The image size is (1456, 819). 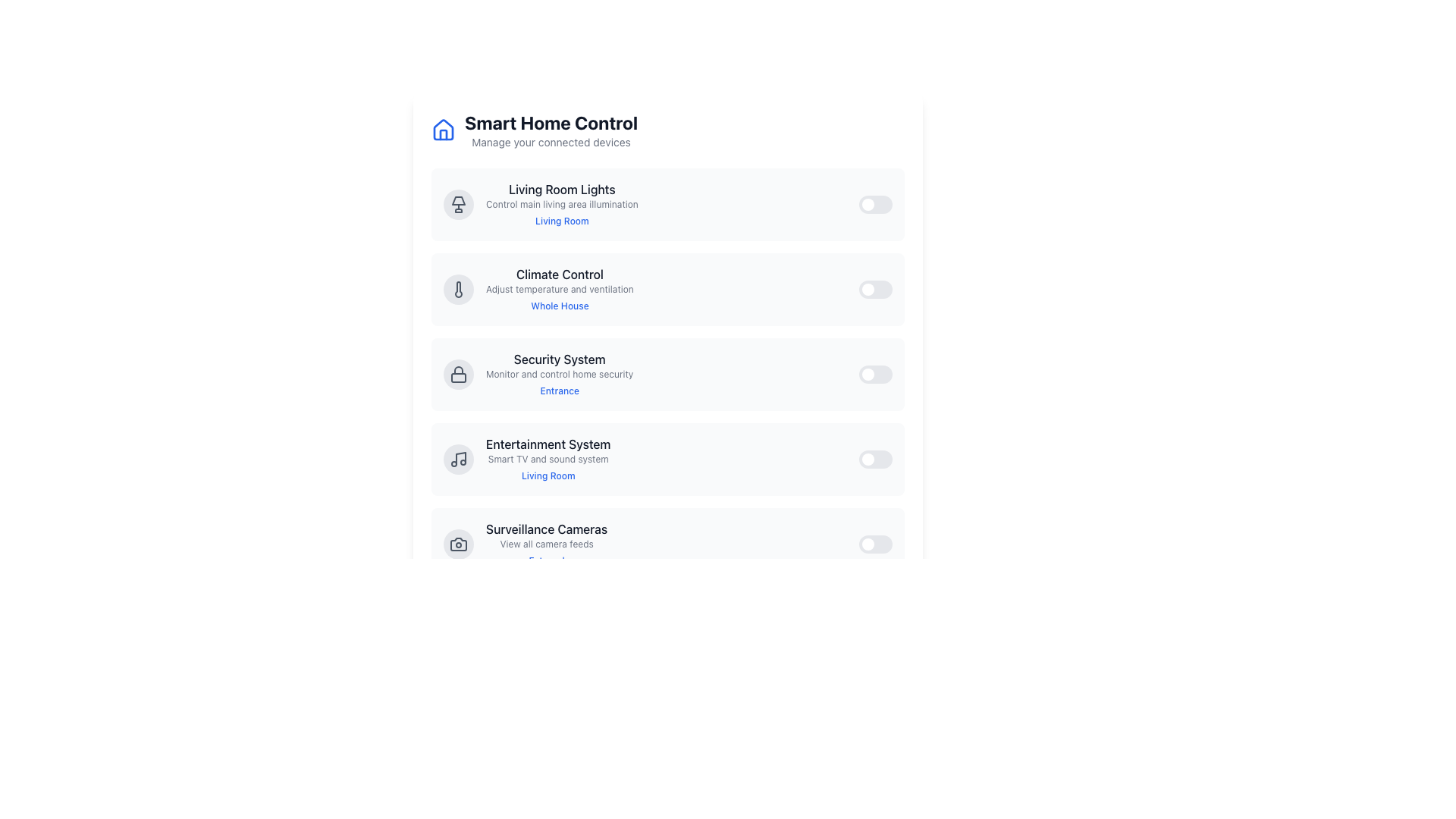 I want to click on the 'Climate Control' module, so click(x=559, y=289).